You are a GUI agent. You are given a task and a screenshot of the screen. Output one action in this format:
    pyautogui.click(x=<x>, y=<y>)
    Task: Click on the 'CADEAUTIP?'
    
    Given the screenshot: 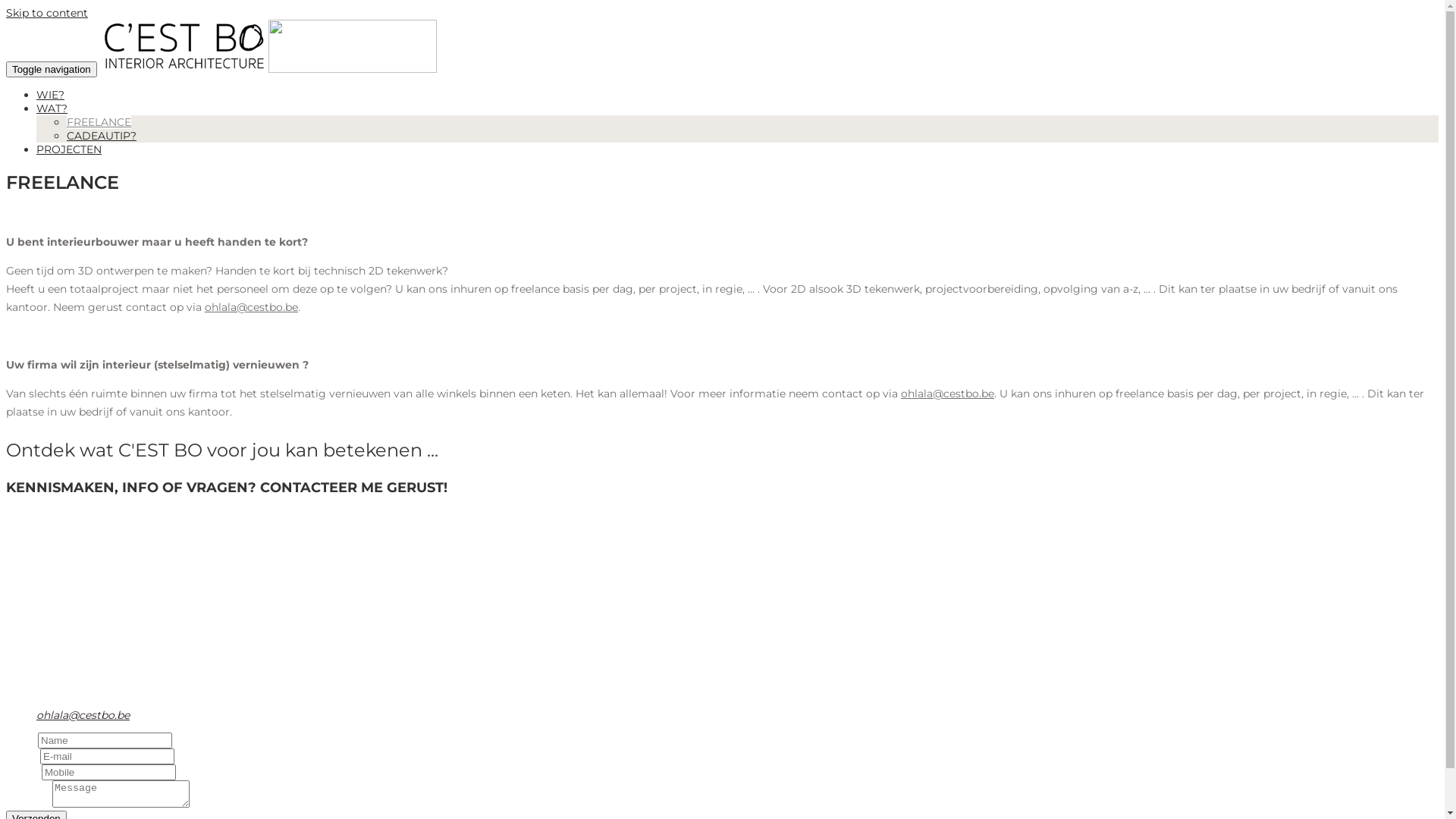 What is the action you would take?
    pyautogui.click(x=65, y=134)
    